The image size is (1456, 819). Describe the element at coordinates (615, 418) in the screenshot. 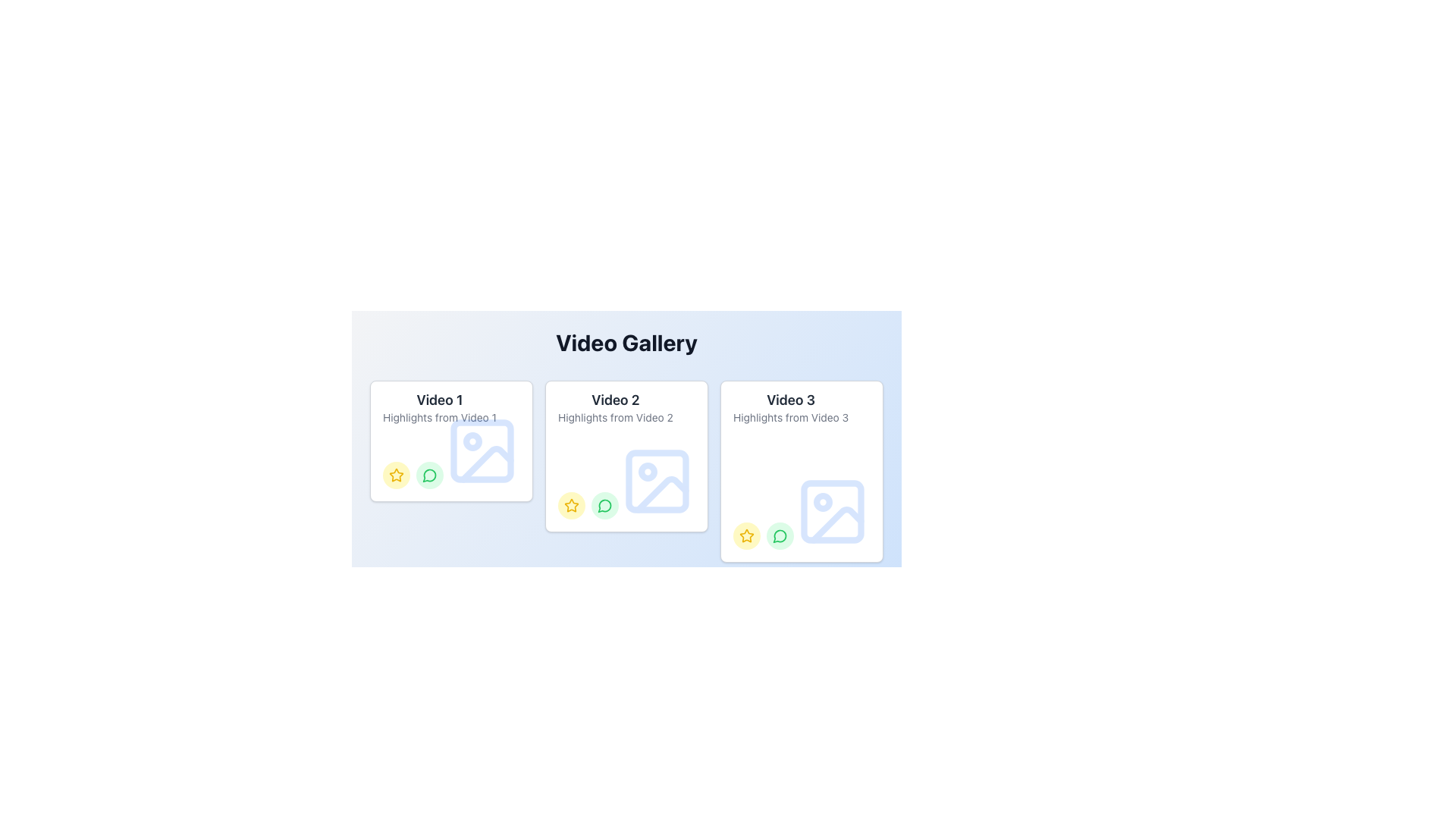

I see `the text label that provides additional context about 'Video 2', positioned directly beneath the heading 'Video 2' within its card` at that location.